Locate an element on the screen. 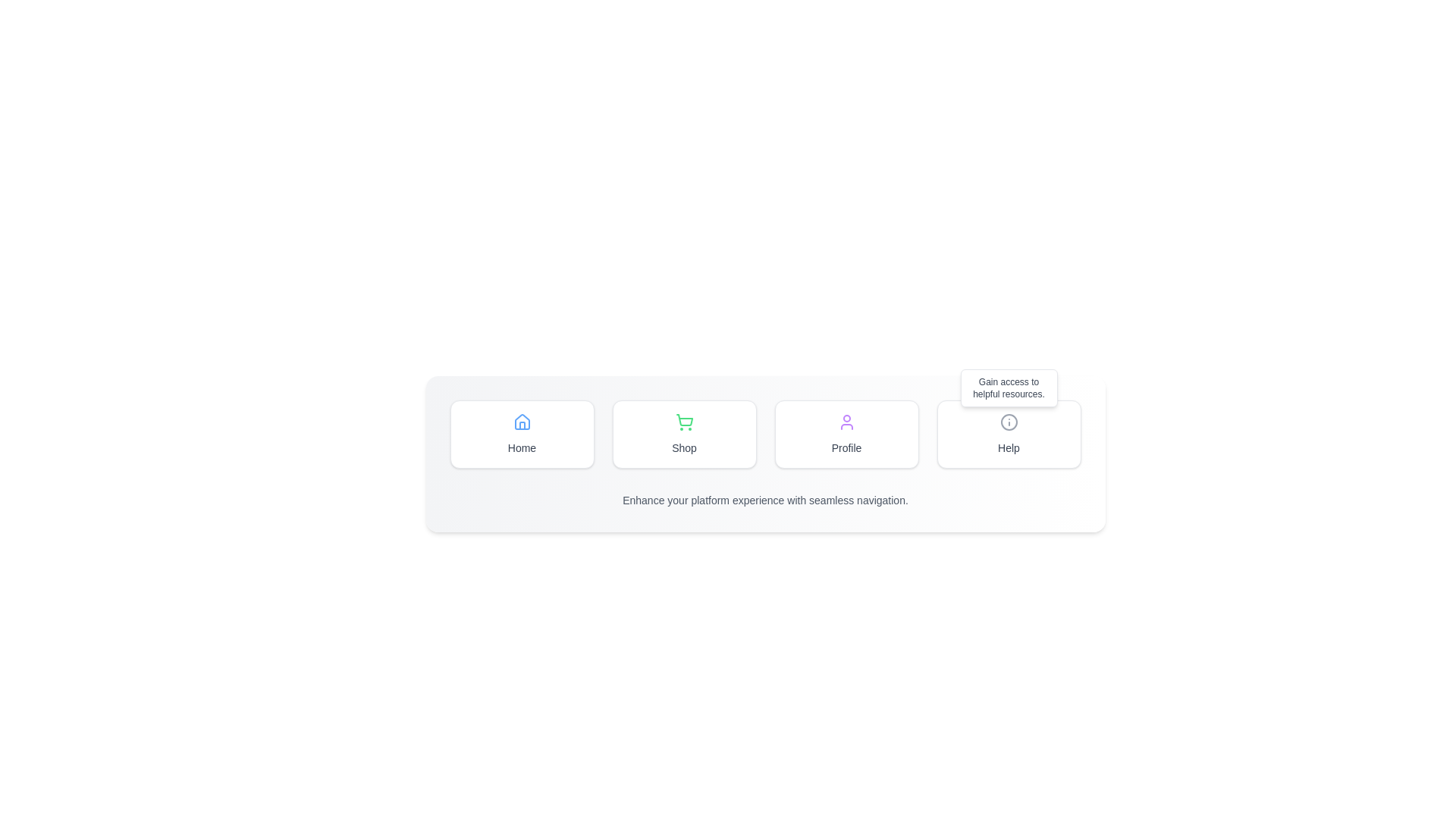 Image resolution: width=1456 pixels, height=819 pixels. the Navigation Menu element is located at coordinates (765, 435).